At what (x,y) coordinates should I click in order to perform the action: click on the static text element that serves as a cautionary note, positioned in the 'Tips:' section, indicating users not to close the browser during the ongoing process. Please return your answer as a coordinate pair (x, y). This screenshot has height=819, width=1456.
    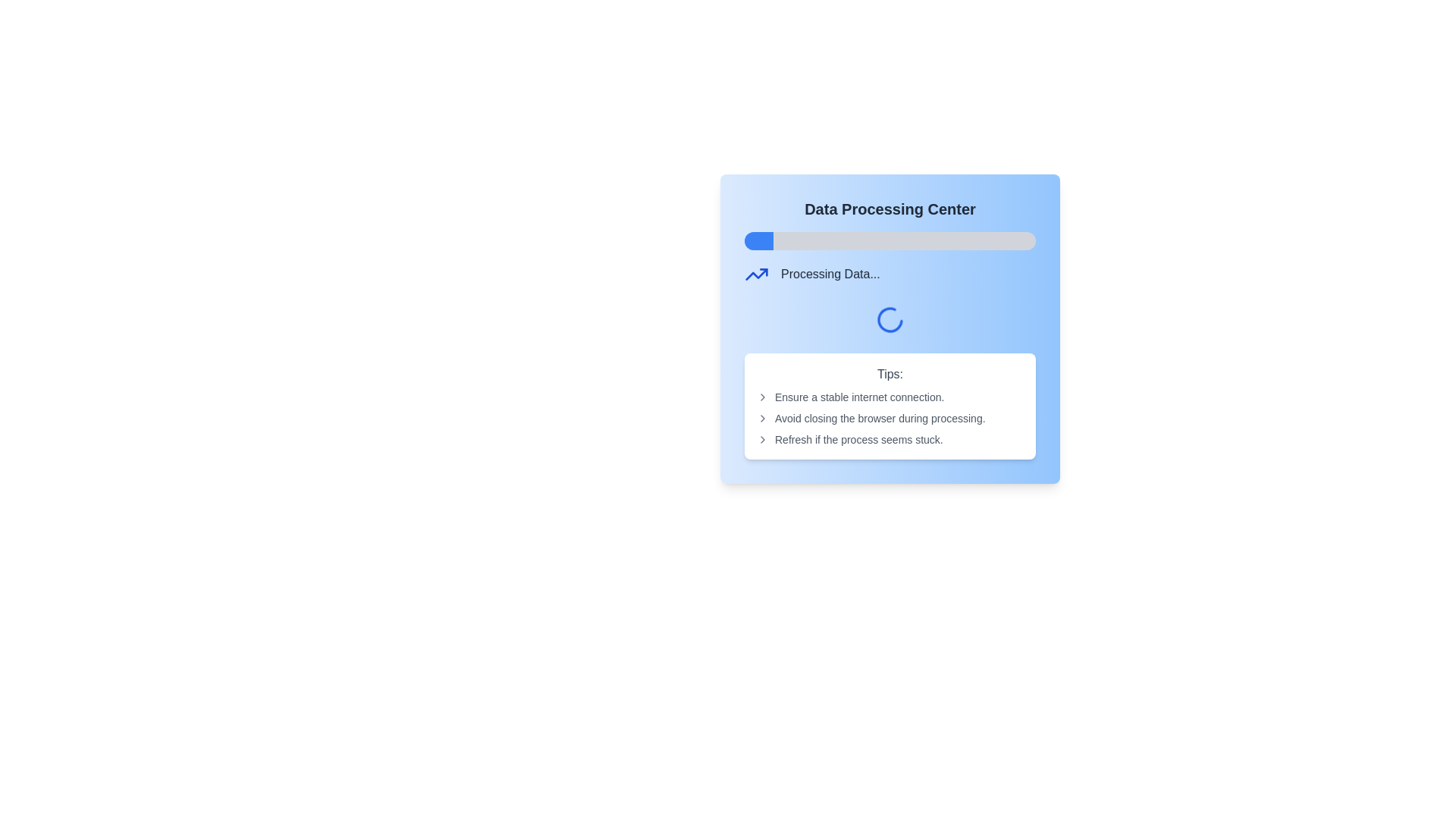
    Looking at the image, I should click on (890, 418).